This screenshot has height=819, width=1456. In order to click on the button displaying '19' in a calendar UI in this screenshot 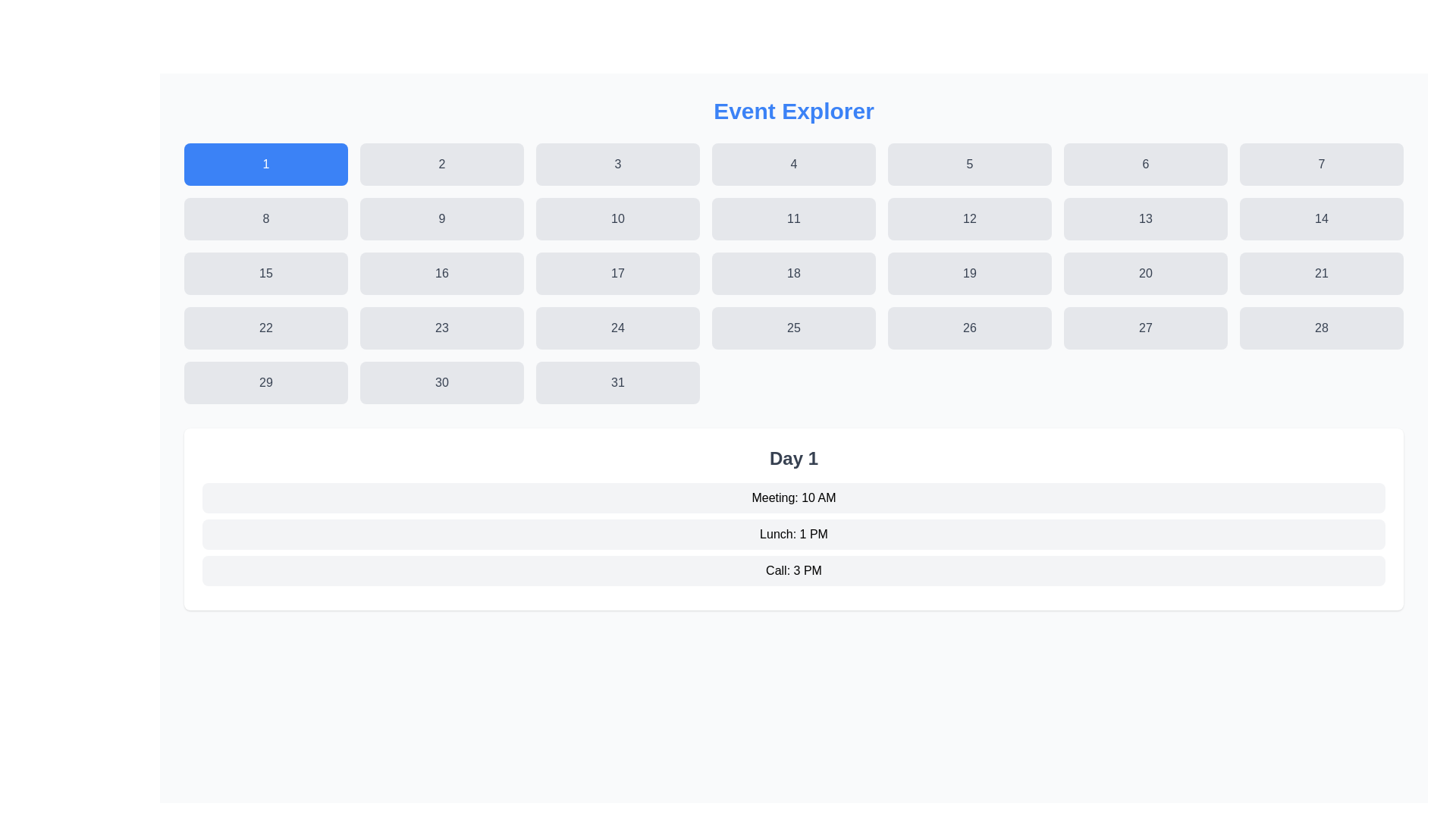, I will do `click(968, 274)`.